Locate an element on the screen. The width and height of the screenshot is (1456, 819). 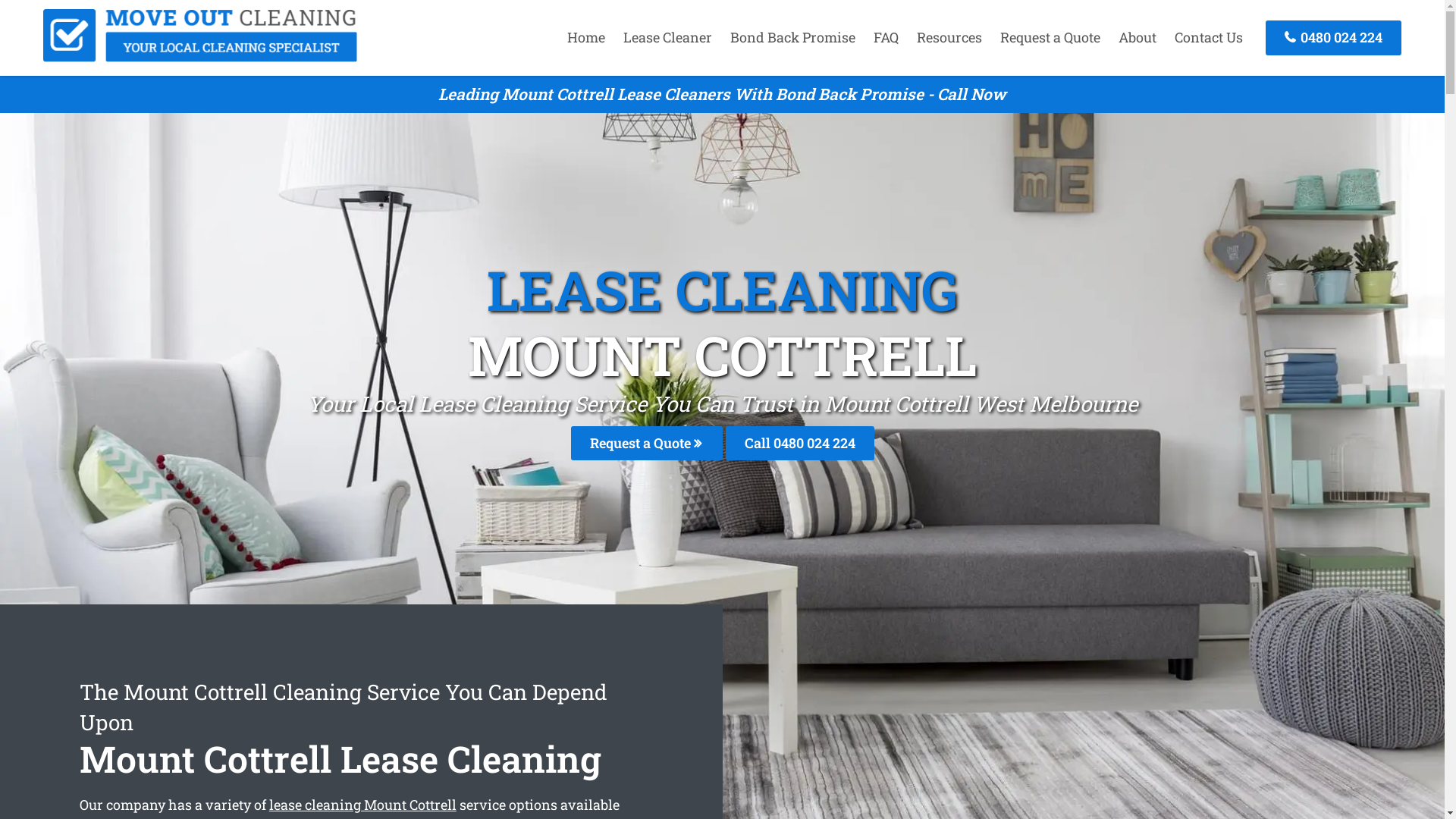
'Bond Back Promise' is located at coordinates (722, 36).